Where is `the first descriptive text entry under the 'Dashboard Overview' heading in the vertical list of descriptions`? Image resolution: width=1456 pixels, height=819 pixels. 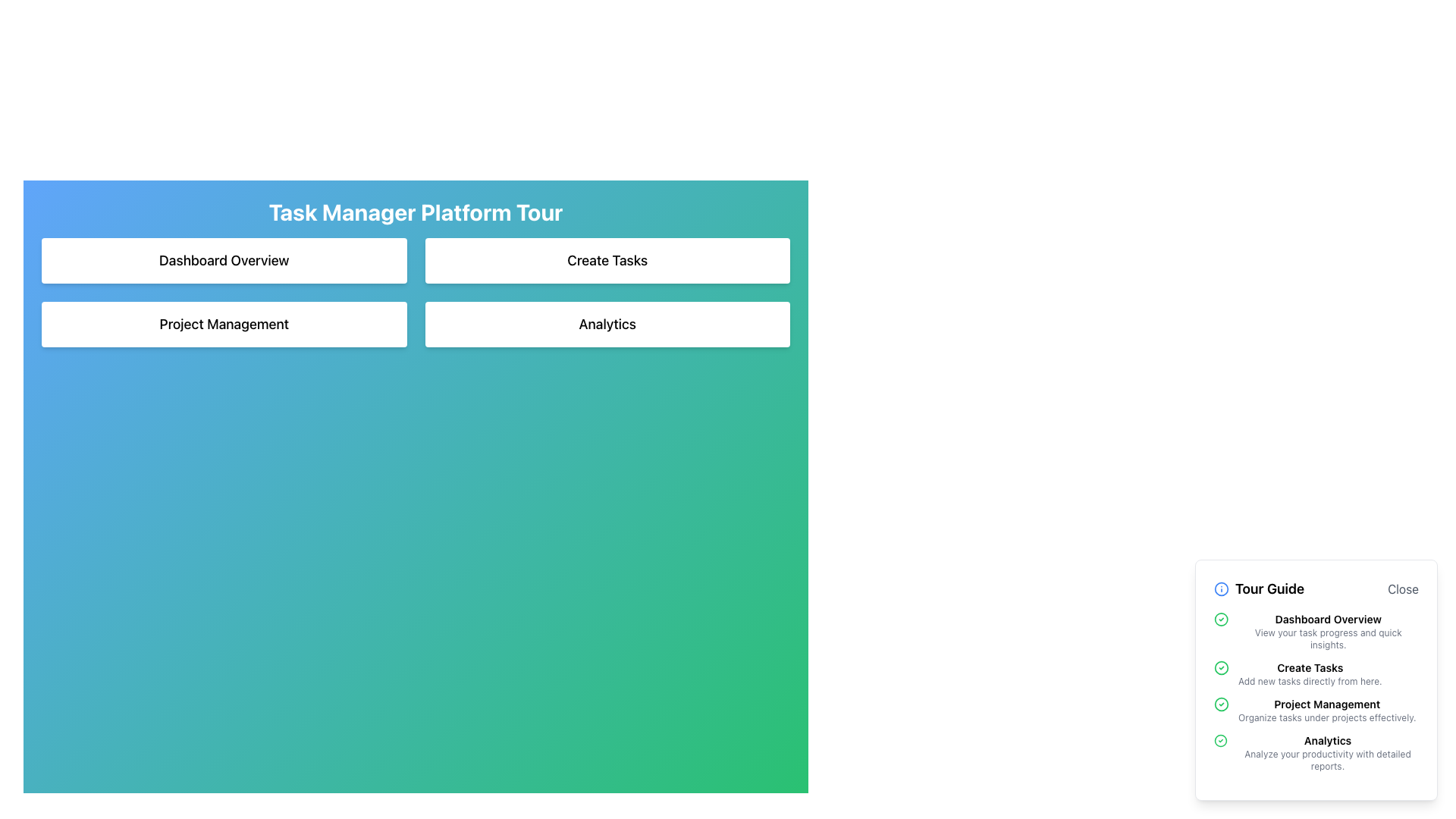 the first descriptive text entry under the 'Dashboard Overview' heading in the vertical list of descriptions is located at coordinates (1327, 639).